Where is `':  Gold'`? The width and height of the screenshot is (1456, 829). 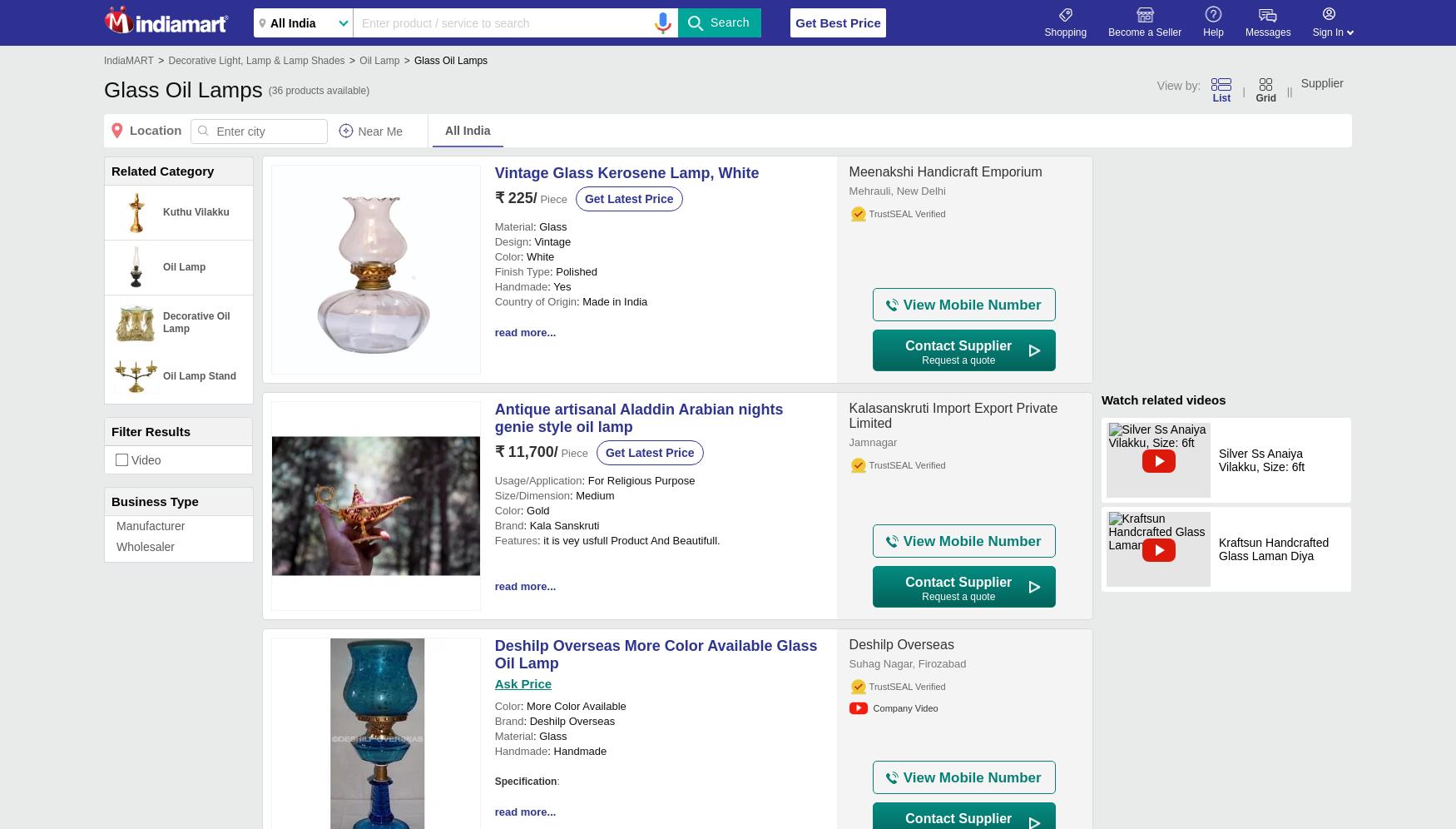
':  Gold' is located at coordinates (533, 510).